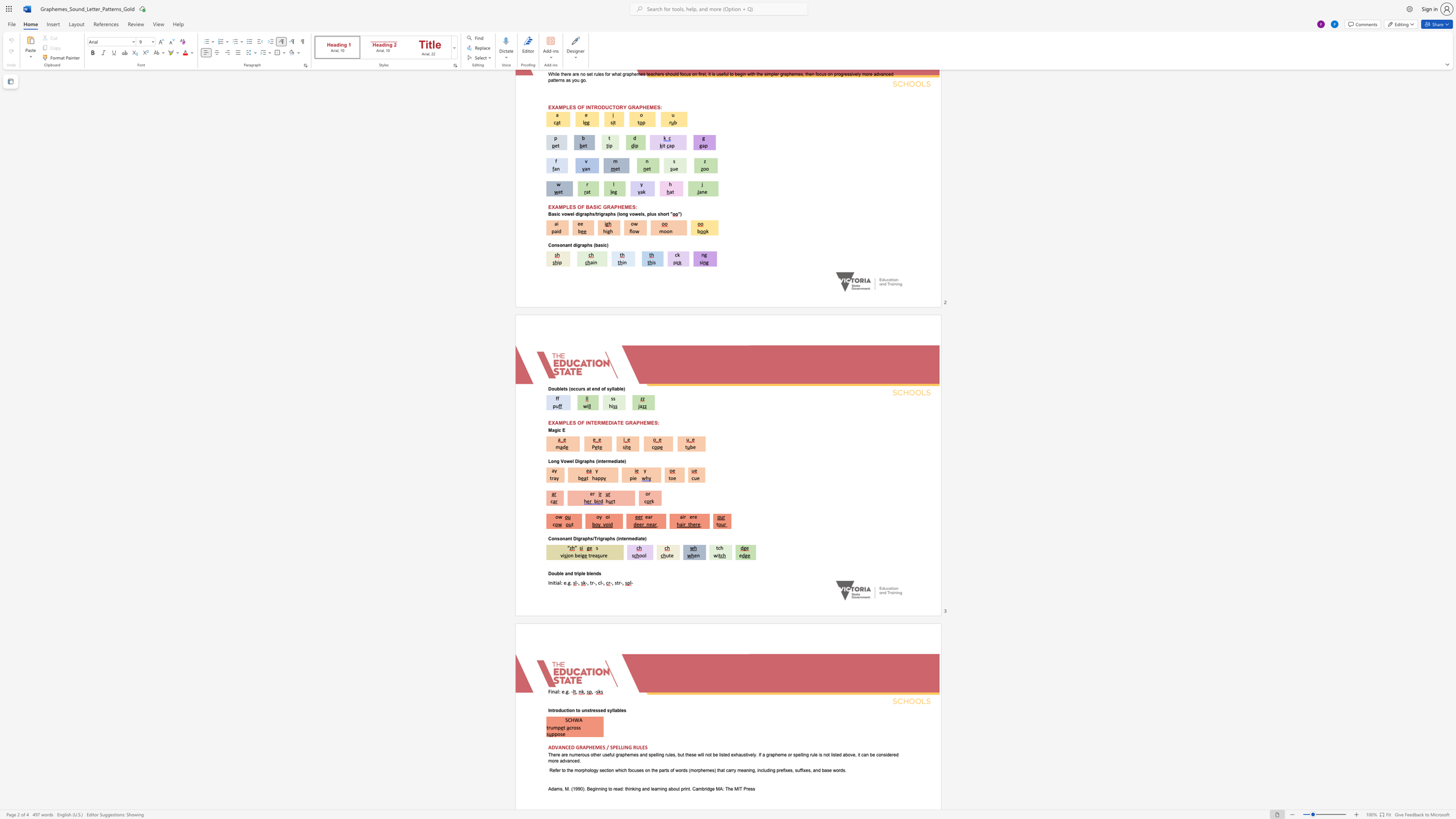  Describe the element at coordinates (599, 747) in the screenshot. I see `the subset text "ES / SPELLING RUL" within the text "ADVANCED GRAPHEMES / SPELLING RULES"` at that location.